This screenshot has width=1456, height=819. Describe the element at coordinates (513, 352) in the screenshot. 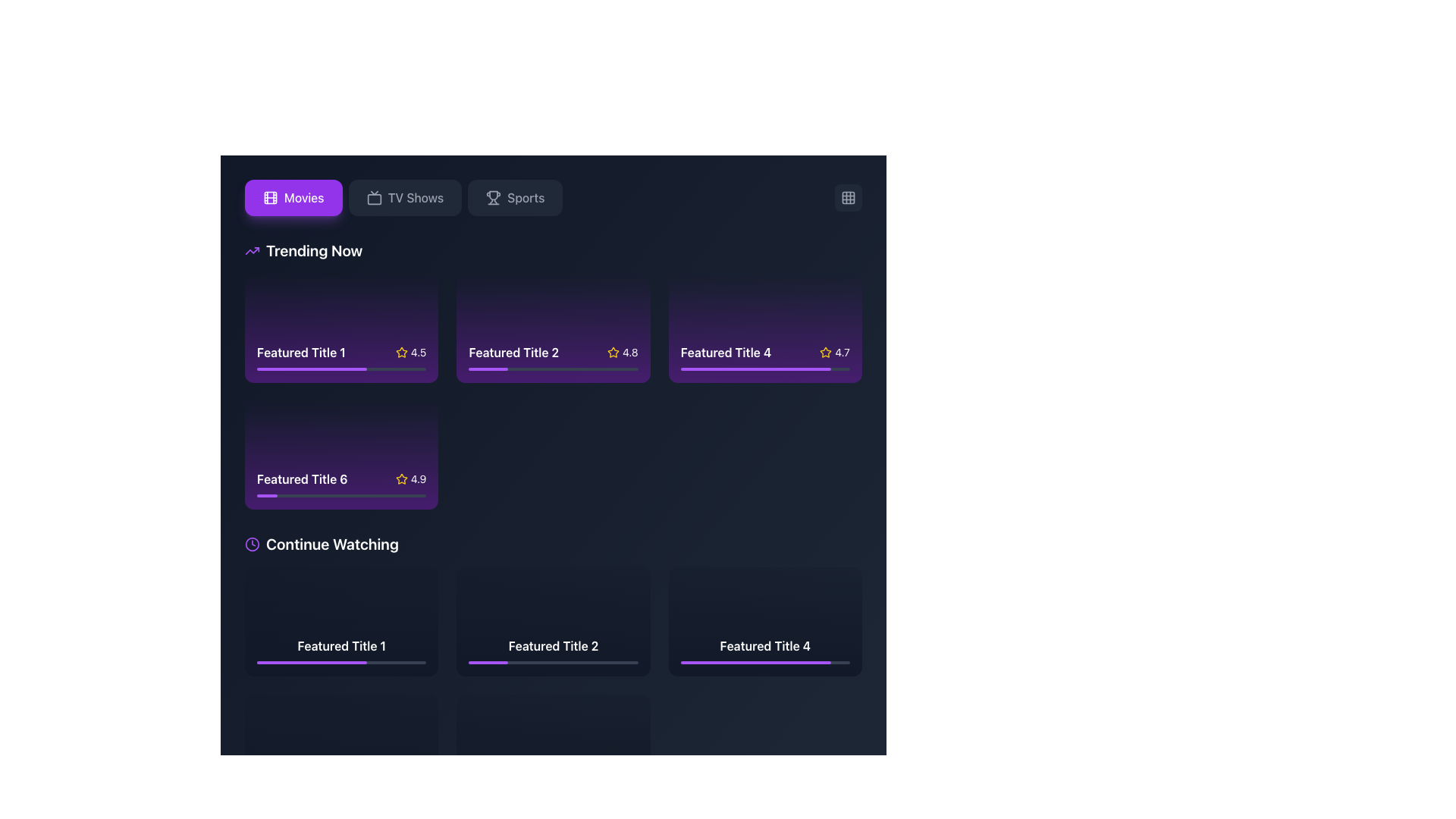

I see `the text label displaying 'Featured Title 2' on a purple background in the 'Trending Now' section` at that location.